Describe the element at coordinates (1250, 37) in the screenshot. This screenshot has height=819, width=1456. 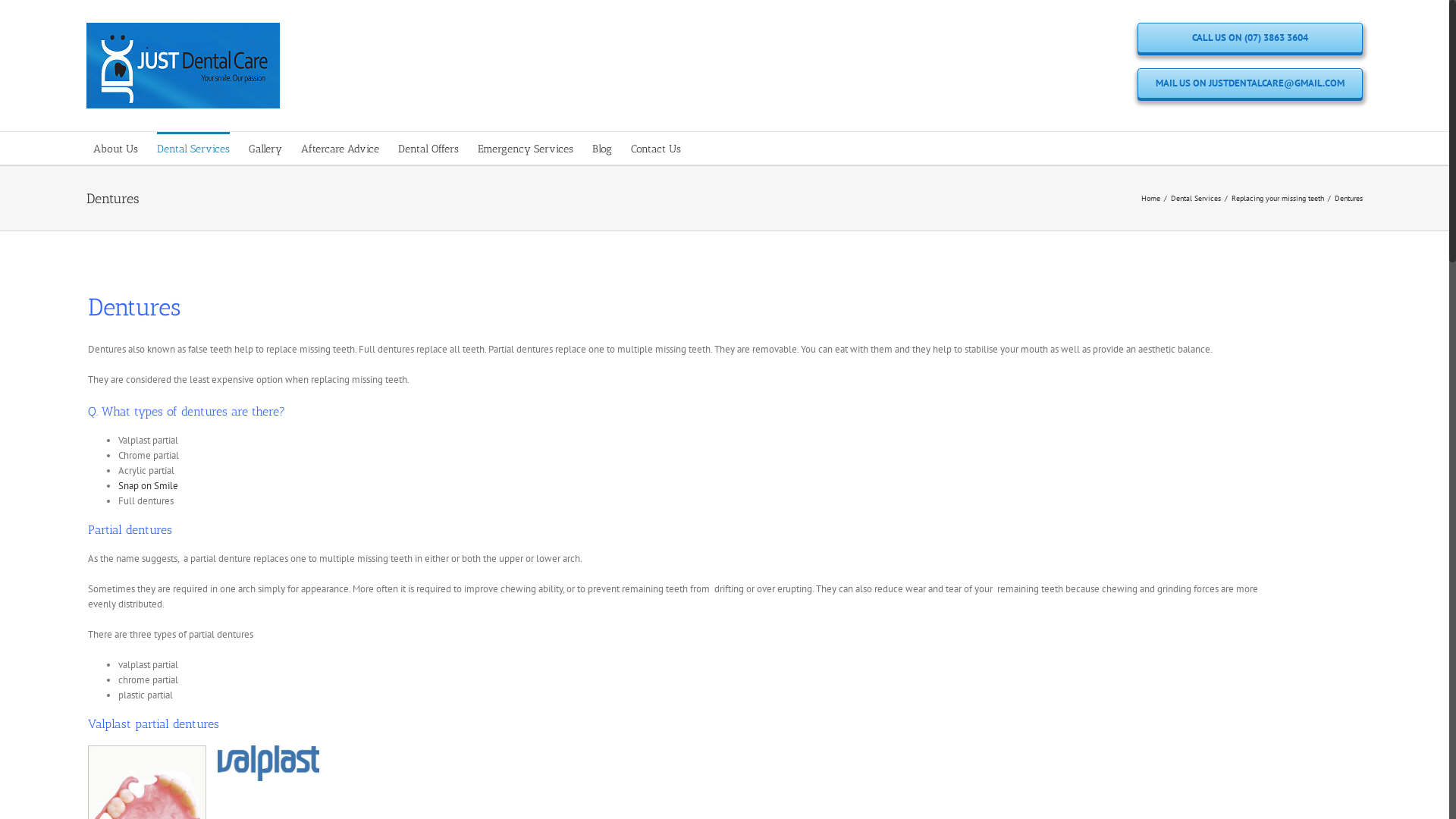
I see `'CALL US ON (07) 3863 3604'` at that location.